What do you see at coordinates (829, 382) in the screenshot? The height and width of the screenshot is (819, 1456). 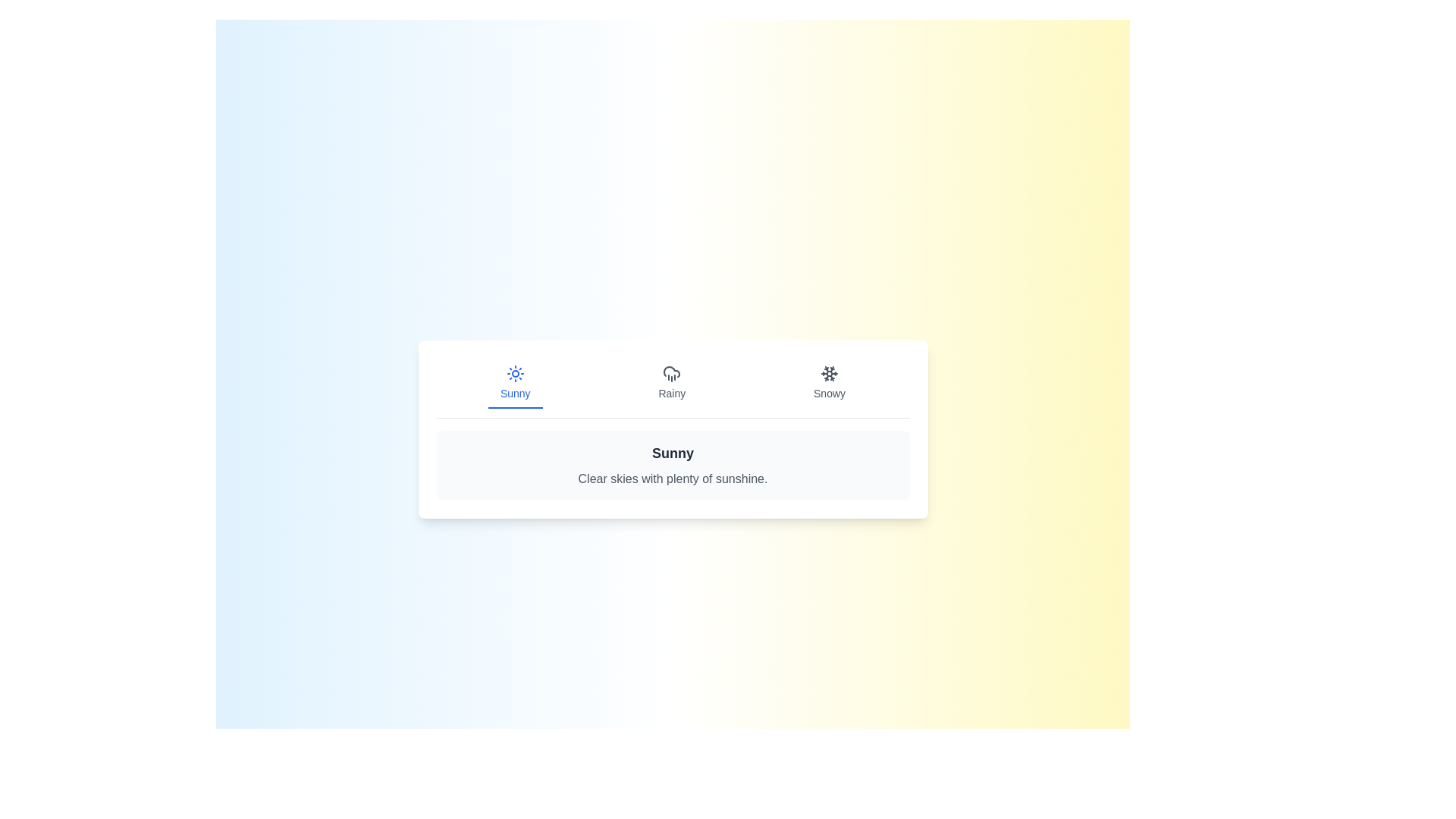 I see `the Snowy weather tab` at bounding box center [829, 382].